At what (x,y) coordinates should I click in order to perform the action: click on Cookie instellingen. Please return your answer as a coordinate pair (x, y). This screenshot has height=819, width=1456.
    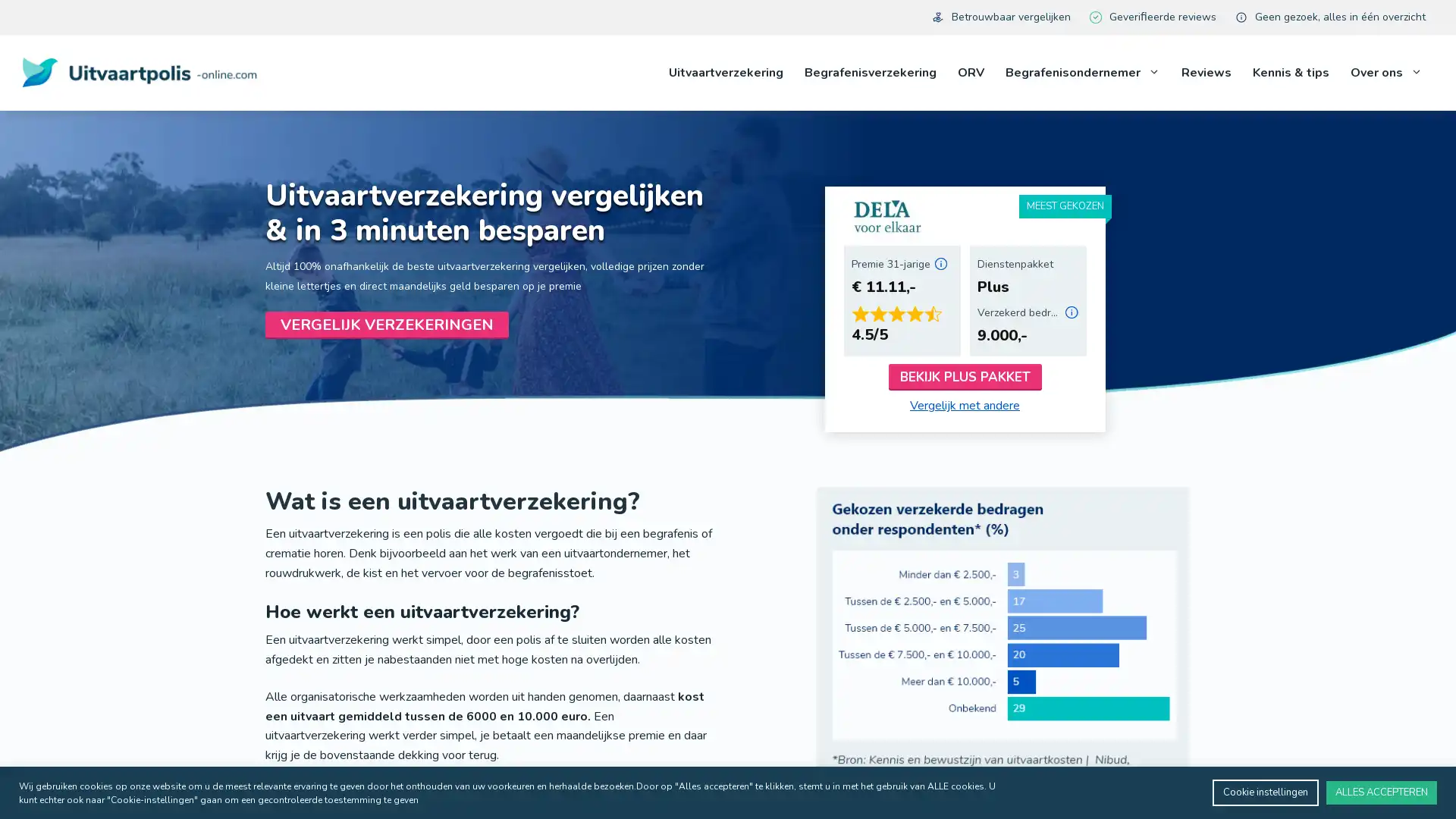
    Looking at the image, I should click on (1266, 792).